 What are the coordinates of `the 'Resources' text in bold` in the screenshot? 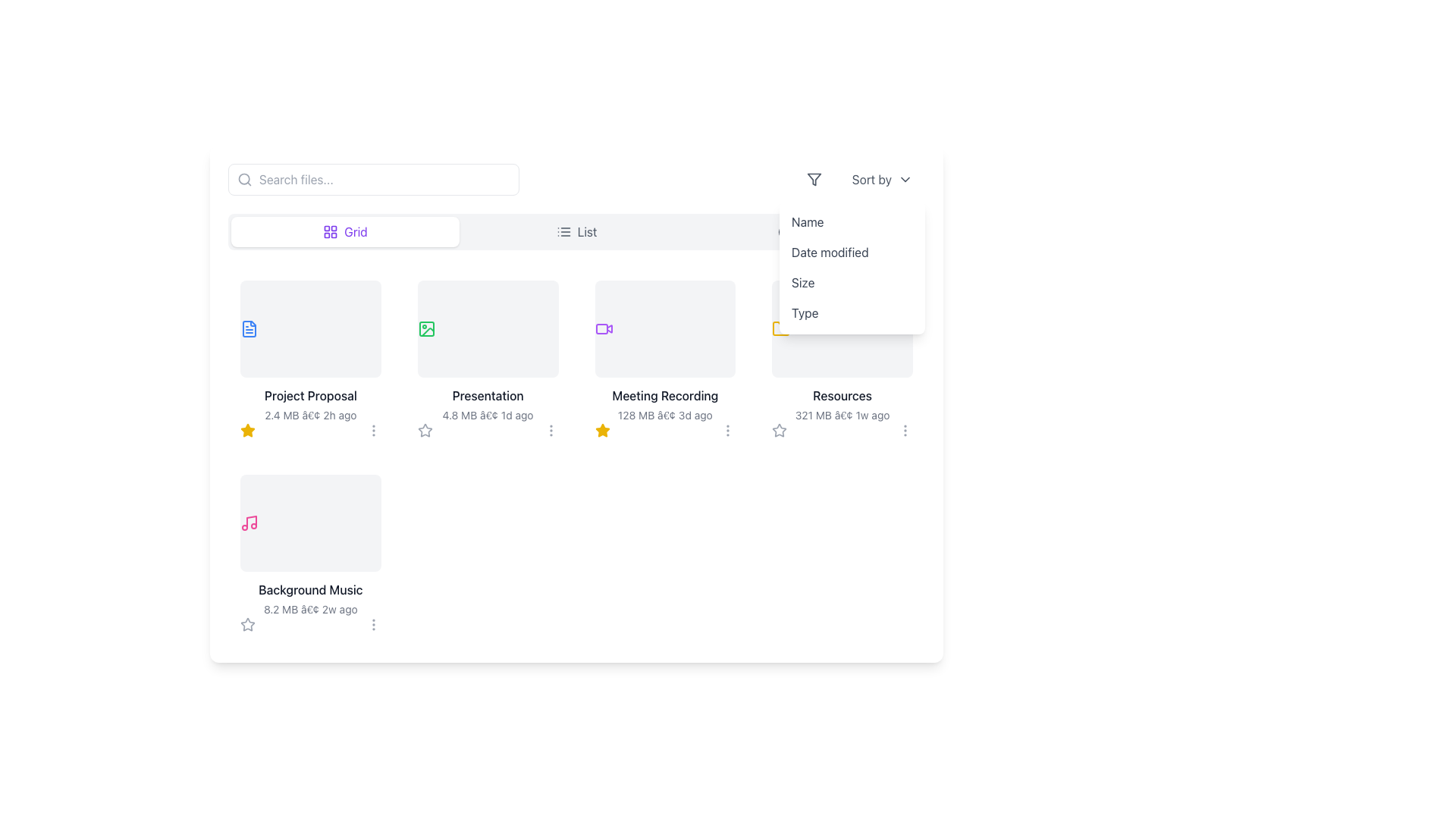 It's located at (841, 403).